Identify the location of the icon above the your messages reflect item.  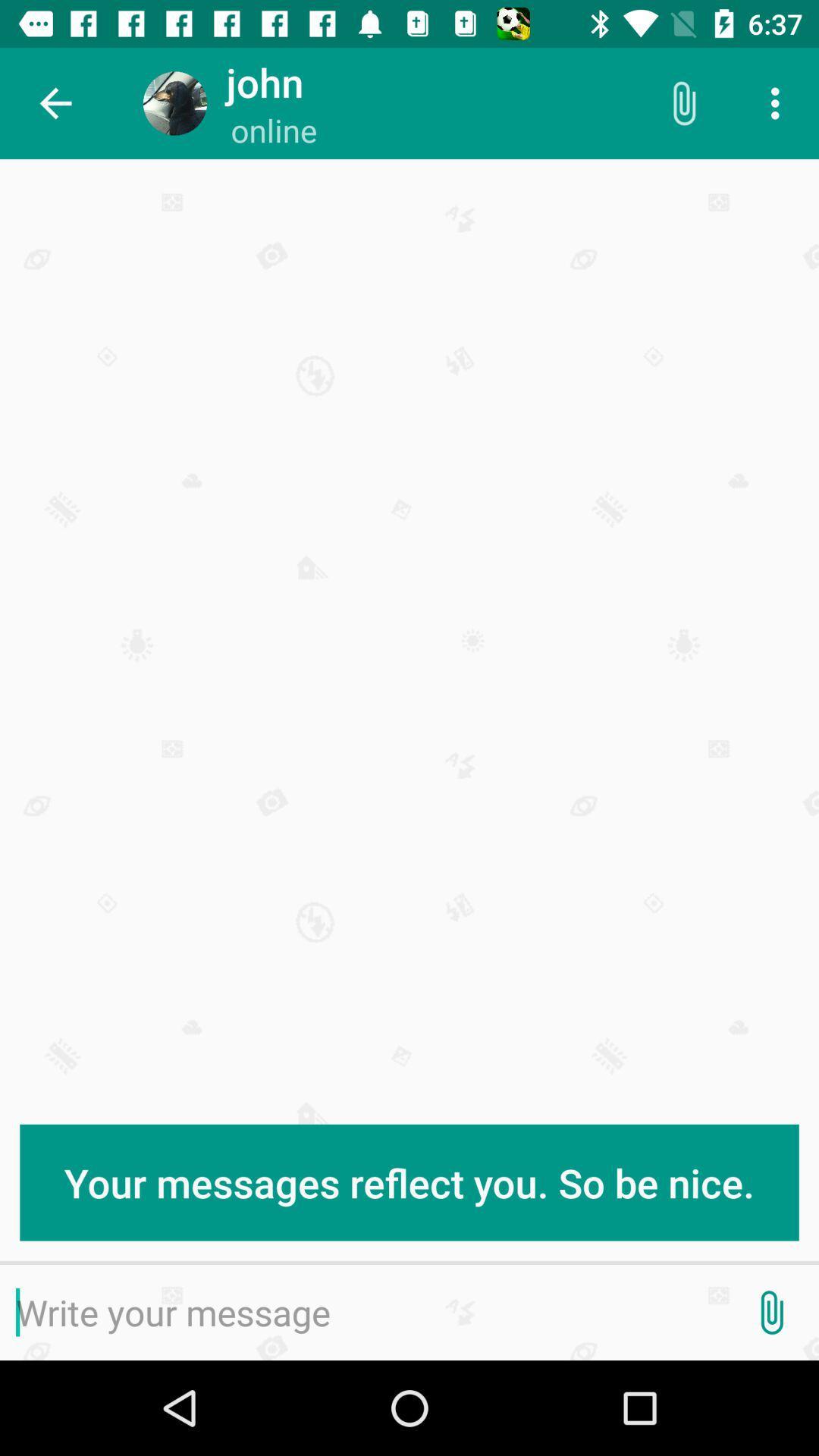
(683, 102).